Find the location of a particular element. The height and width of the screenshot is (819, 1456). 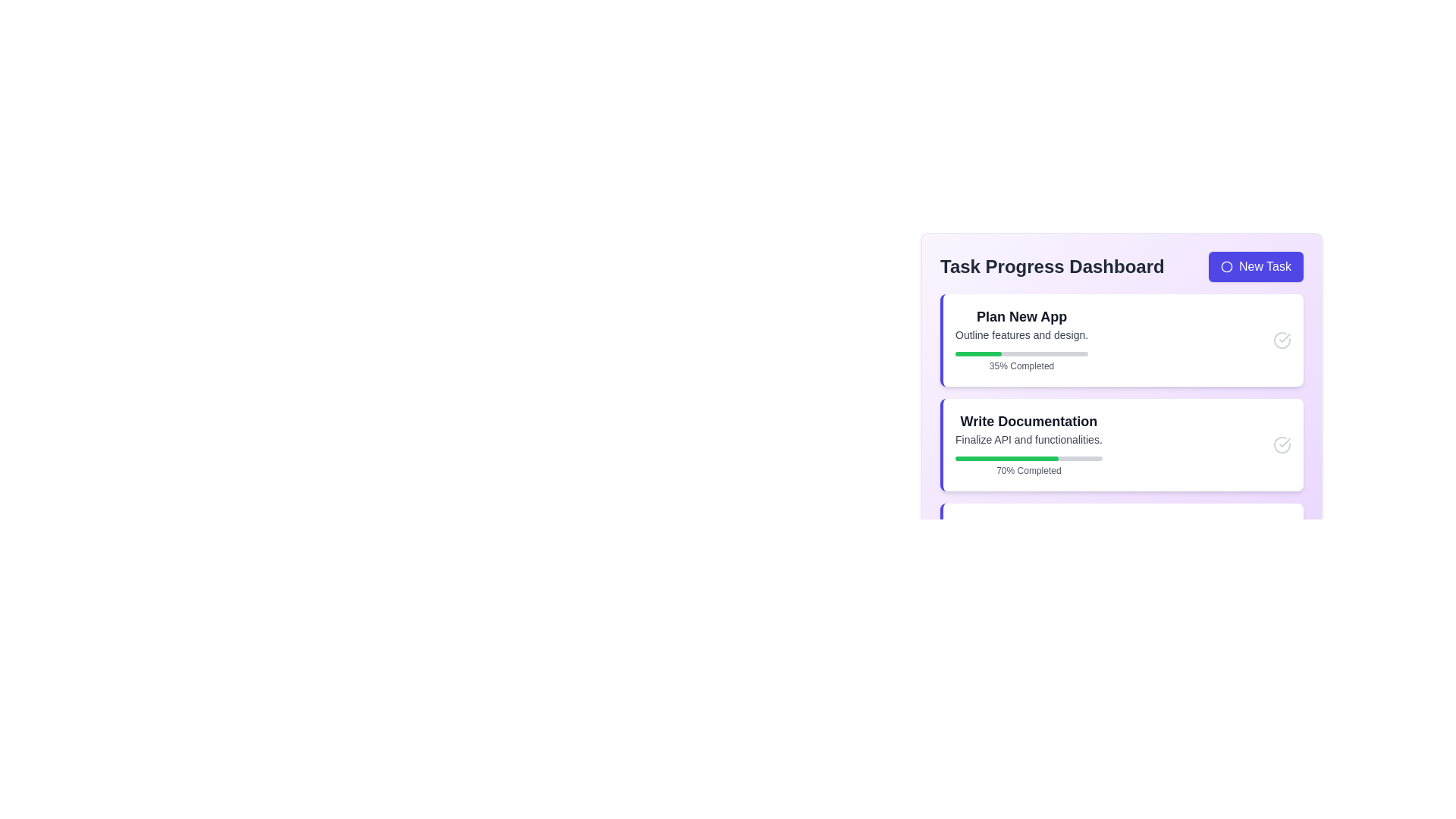

the green progress indicator bar representing 35% completion for the task 'Plan New App' within the progress line is located at coordinates (978, 353).